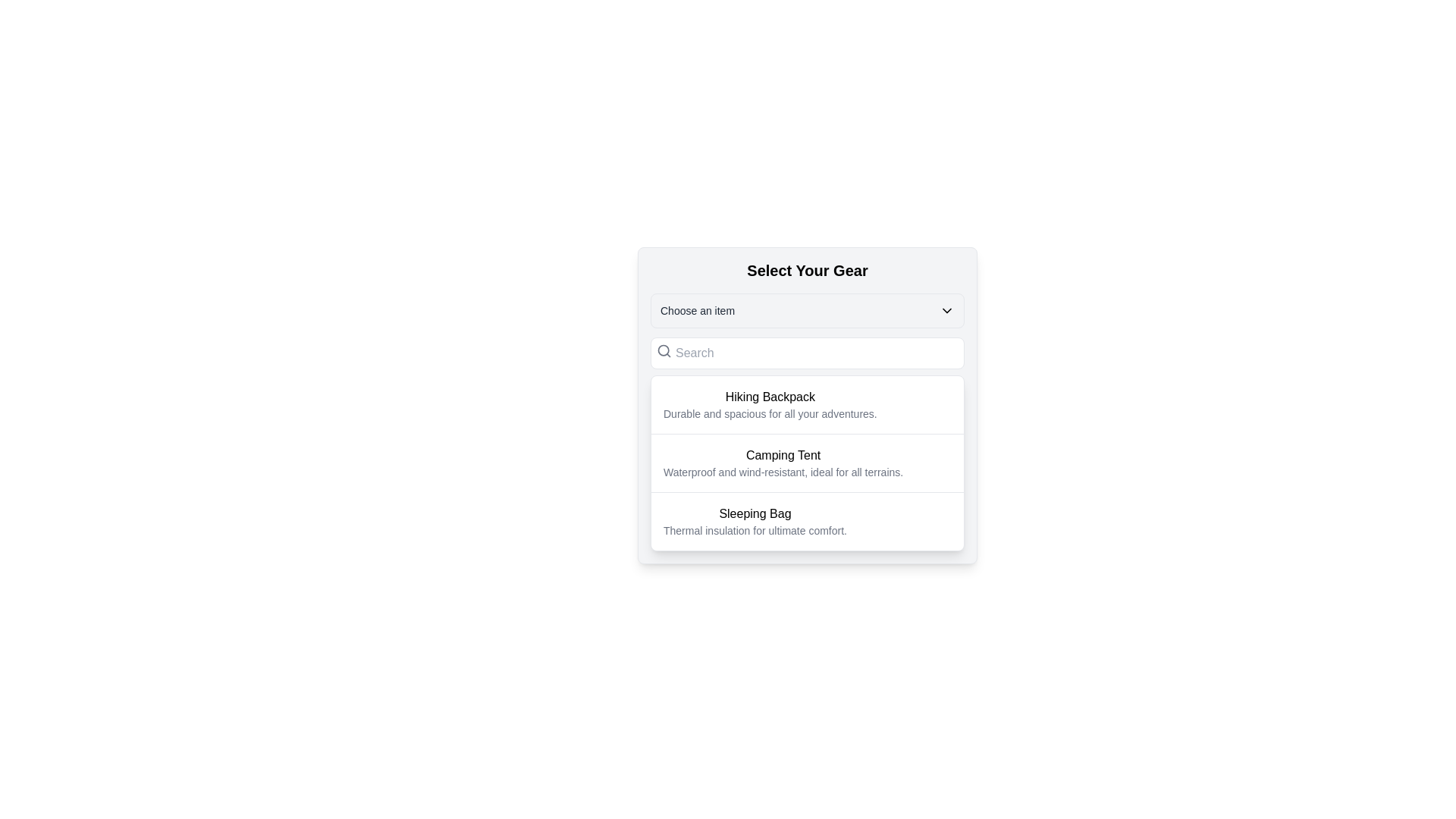  I want to click on the circular outline of the magnifying glass icon located in the left portion of the search bar, so click(664, 350).